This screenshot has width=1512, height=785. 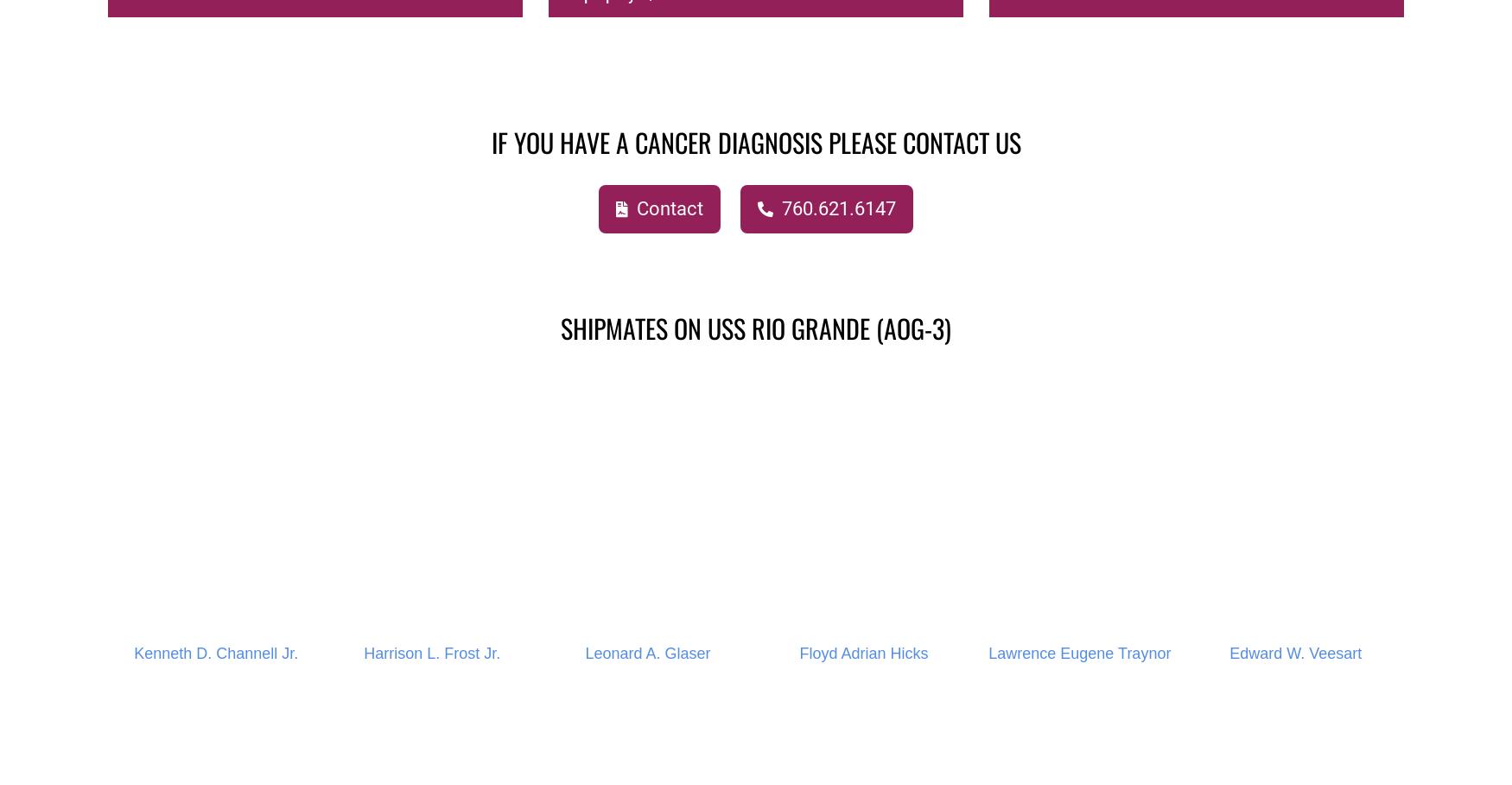 I want to click on 'Edward W. Veesart', so click(x=1295, y=653).